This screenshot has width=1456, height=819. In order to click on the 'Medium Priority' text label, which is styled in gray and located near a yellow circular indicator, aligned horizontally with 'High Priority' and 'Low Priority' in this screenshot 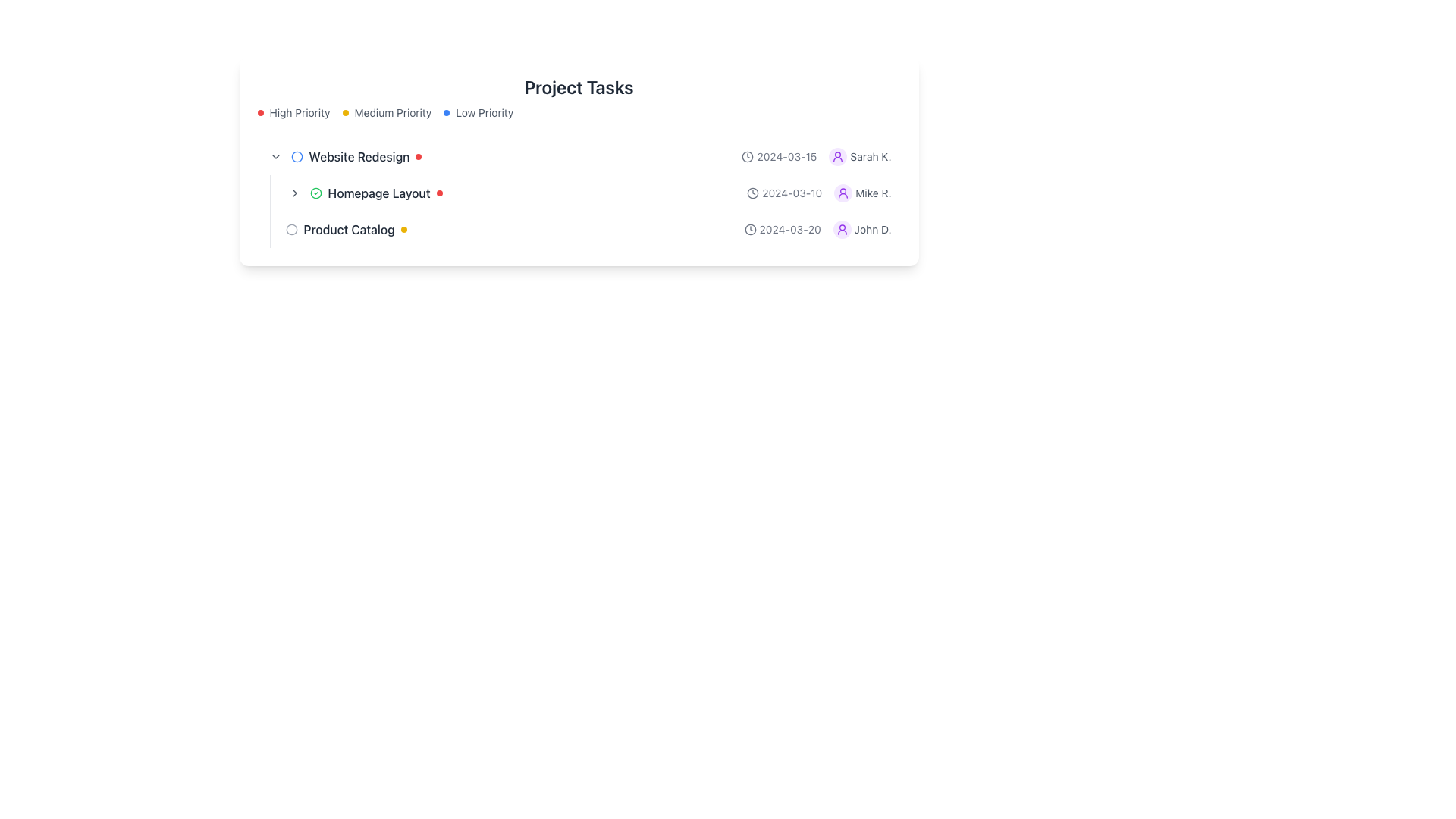, I will do `click(393, 112)`.